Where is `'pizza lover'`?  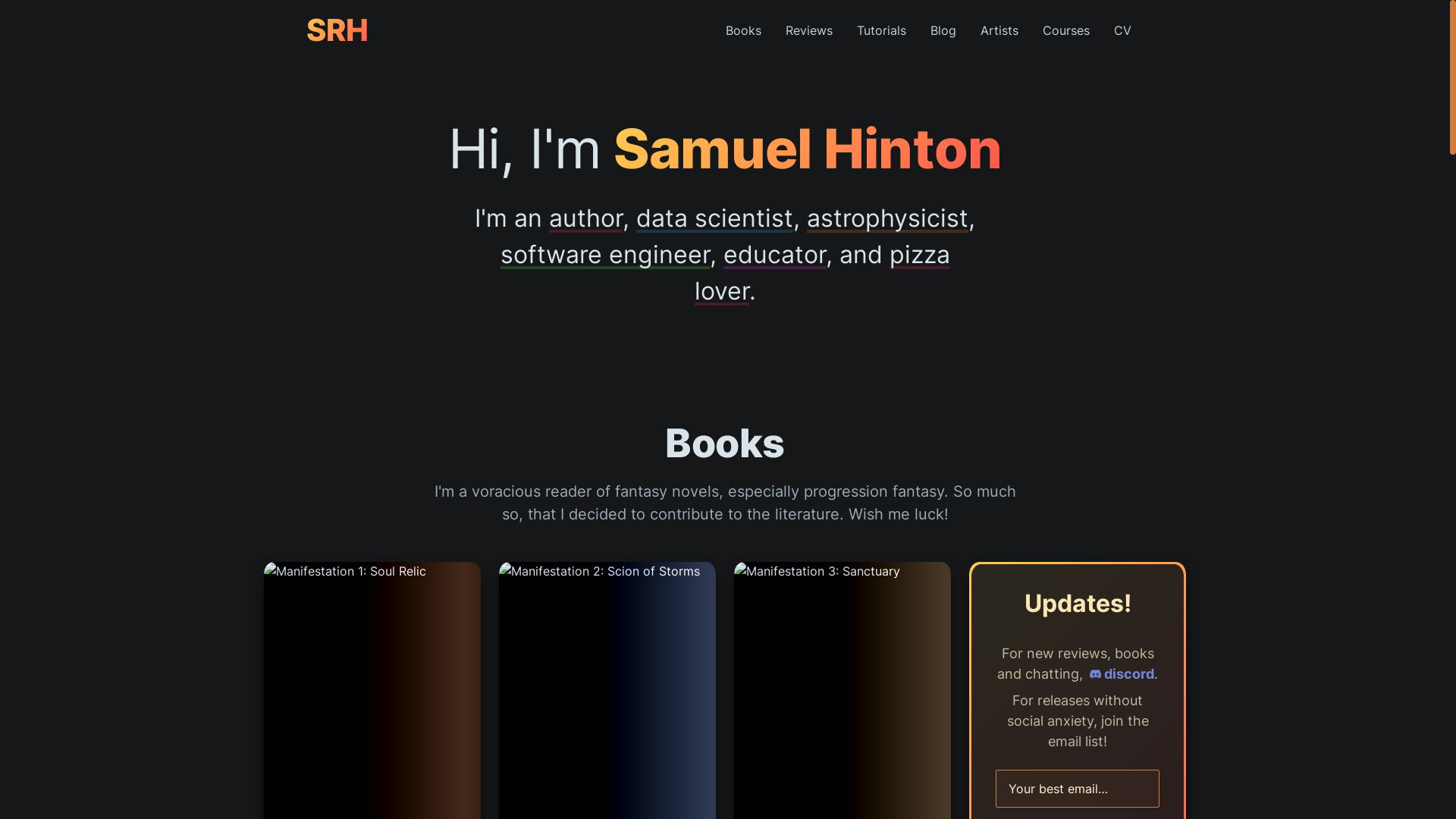 'pizza lover' is located at coordinates (821, 271).